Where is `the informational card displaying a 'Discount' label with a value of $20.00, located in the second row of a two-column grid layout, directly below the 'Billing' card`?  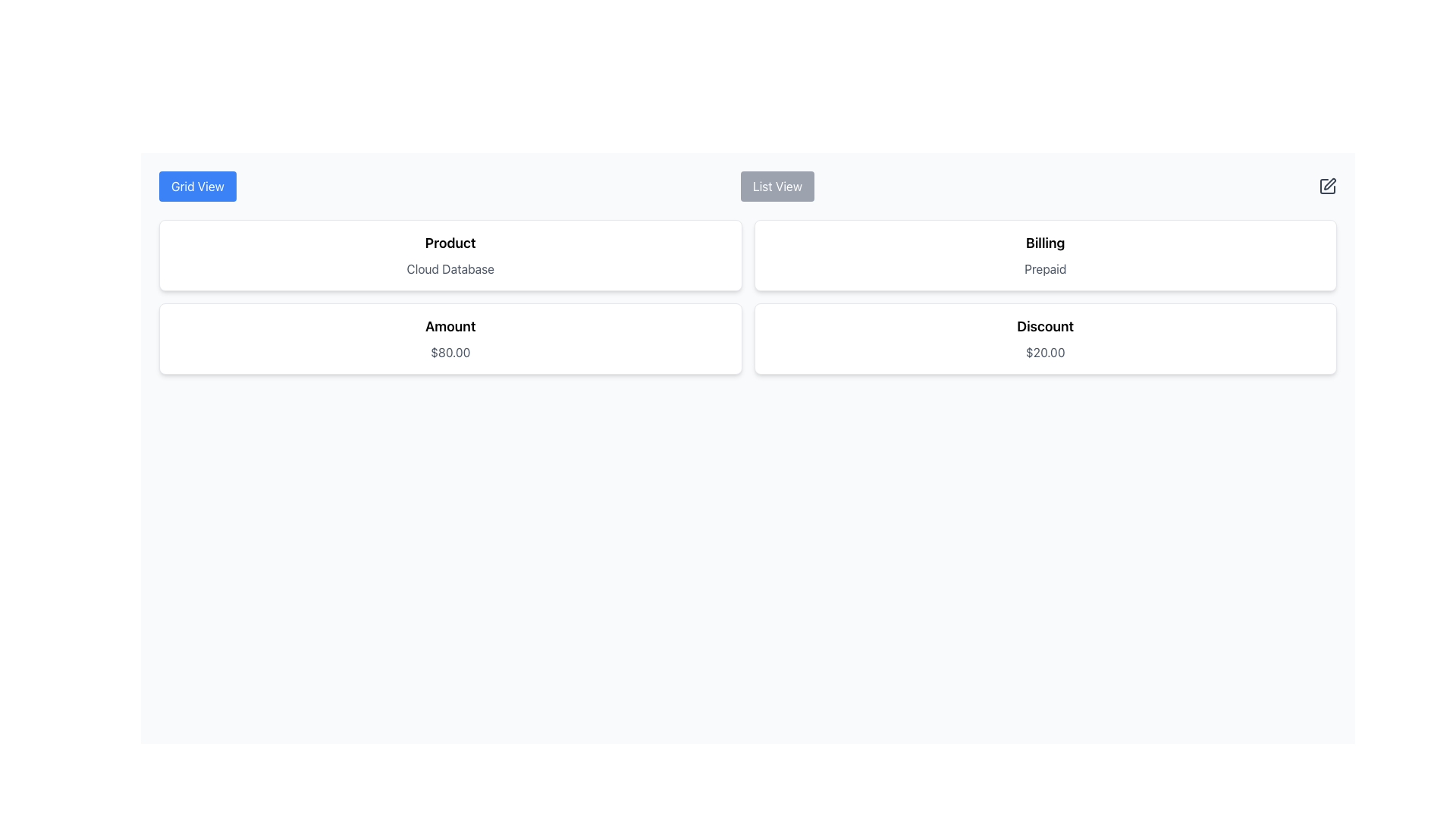
the informational card displaying a 'Discount' label with a value of $20.00, located in the second row of a two-column grid layout, directly below the 'Billing' card is located at coordinates (1044, 338).